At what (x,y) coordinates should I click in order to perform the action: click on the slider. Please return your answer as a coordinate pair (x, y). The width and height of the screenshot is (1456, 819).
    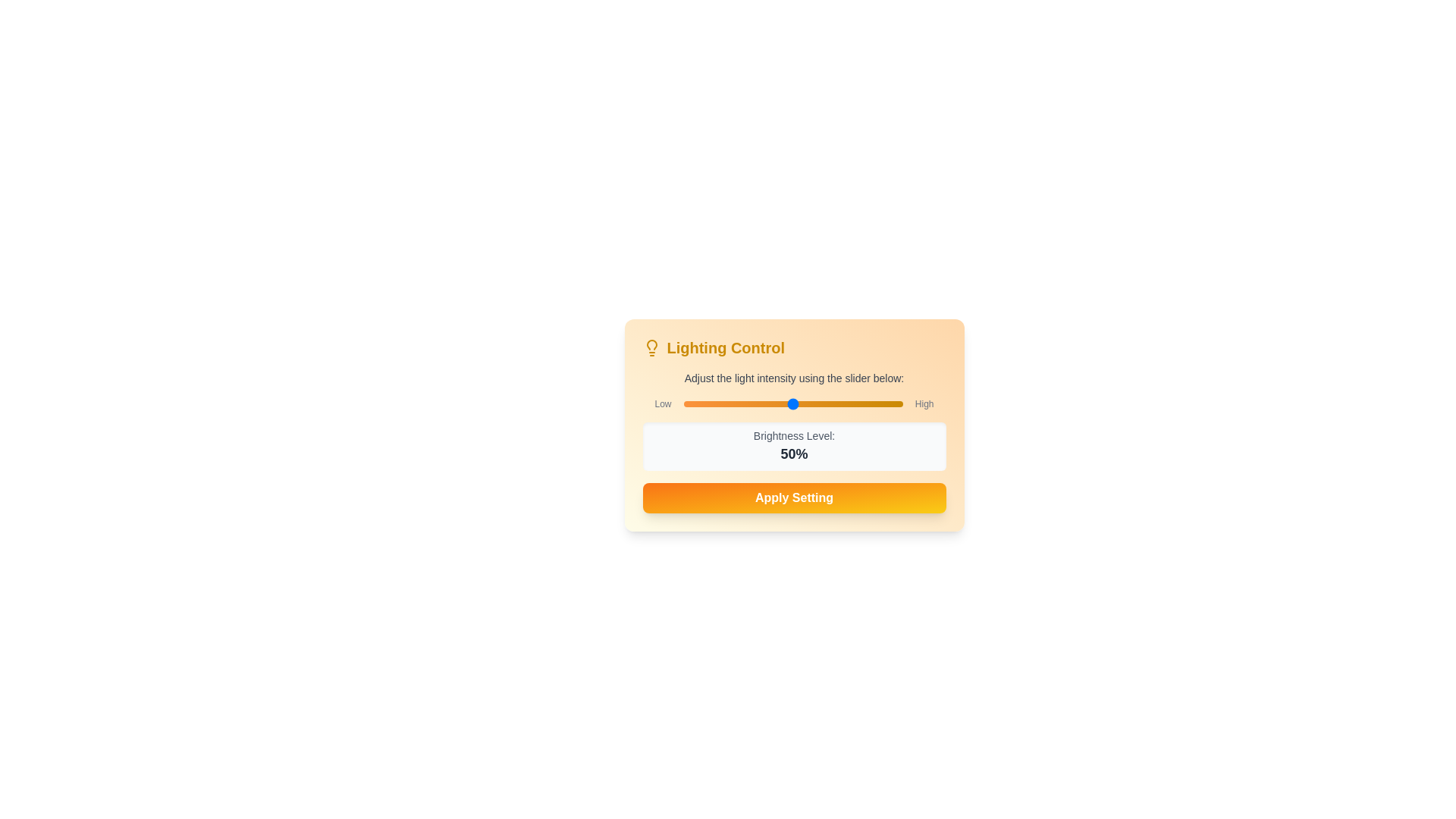
    Looking at the image, I should click on (786, 403).